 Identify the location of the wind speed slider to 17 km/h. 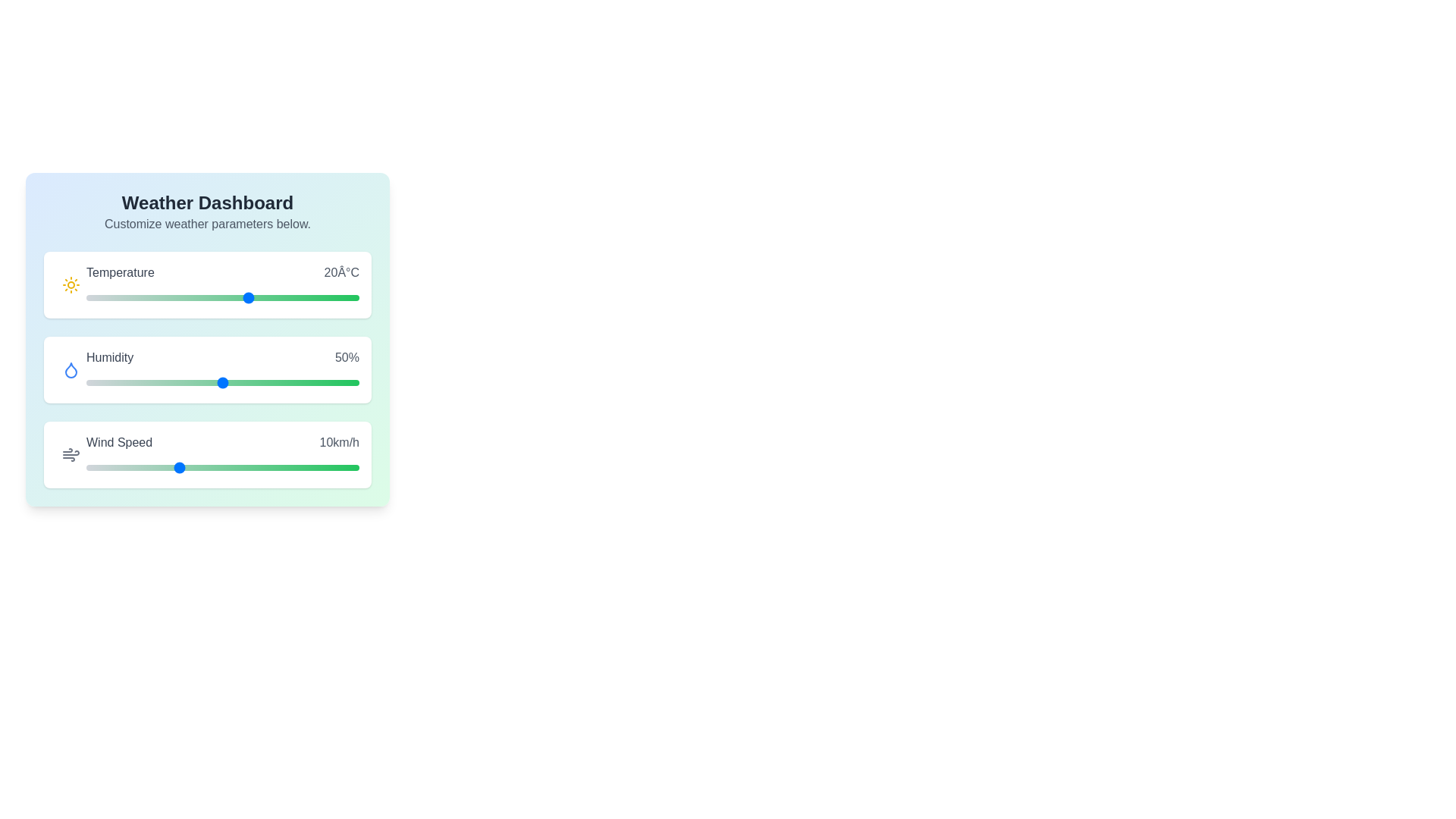
(240, 467).